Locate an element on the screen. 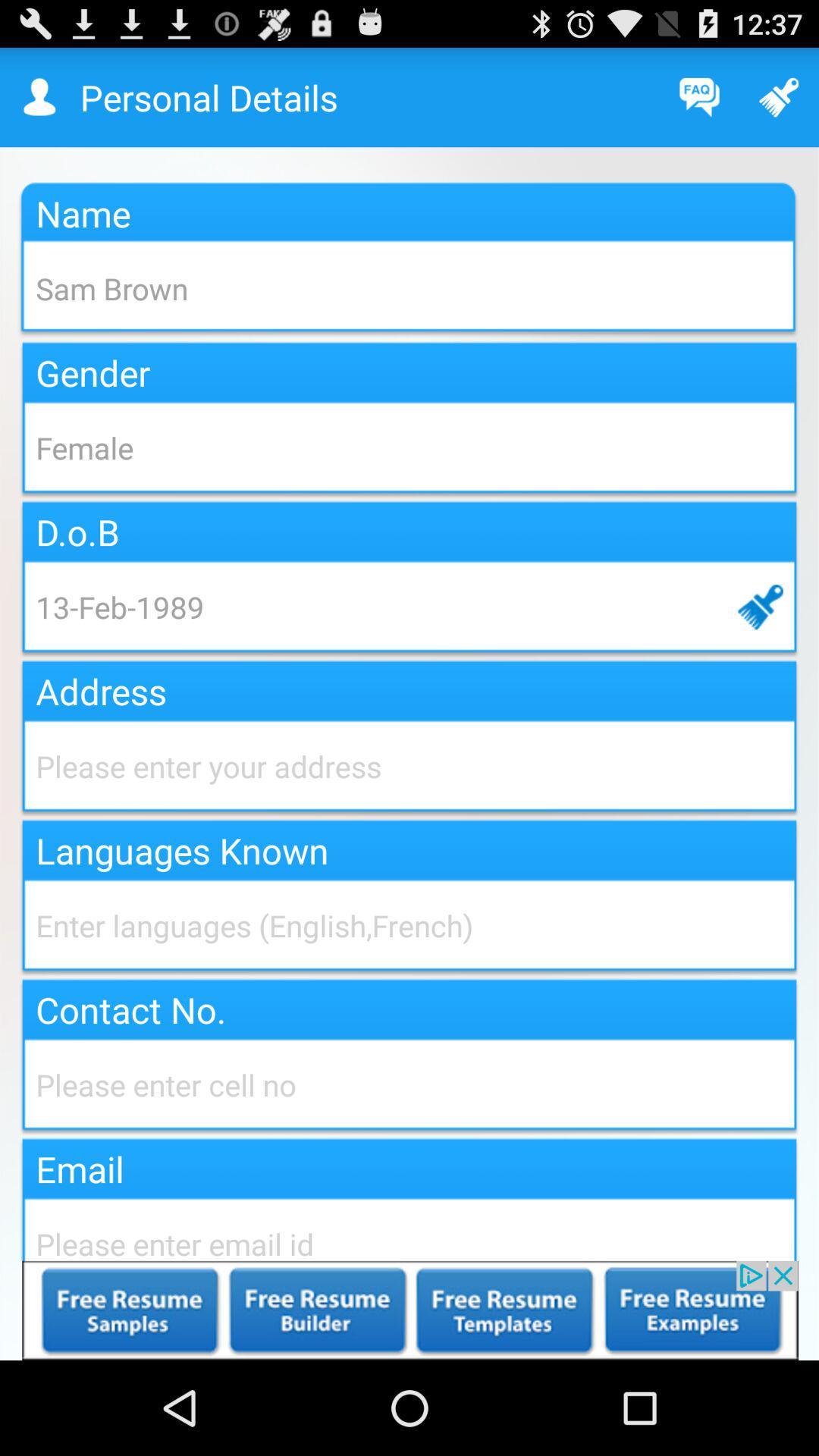 Image resolution: width=819 pixels, height=1456 pixels. address is located at coordinates (409, 766).